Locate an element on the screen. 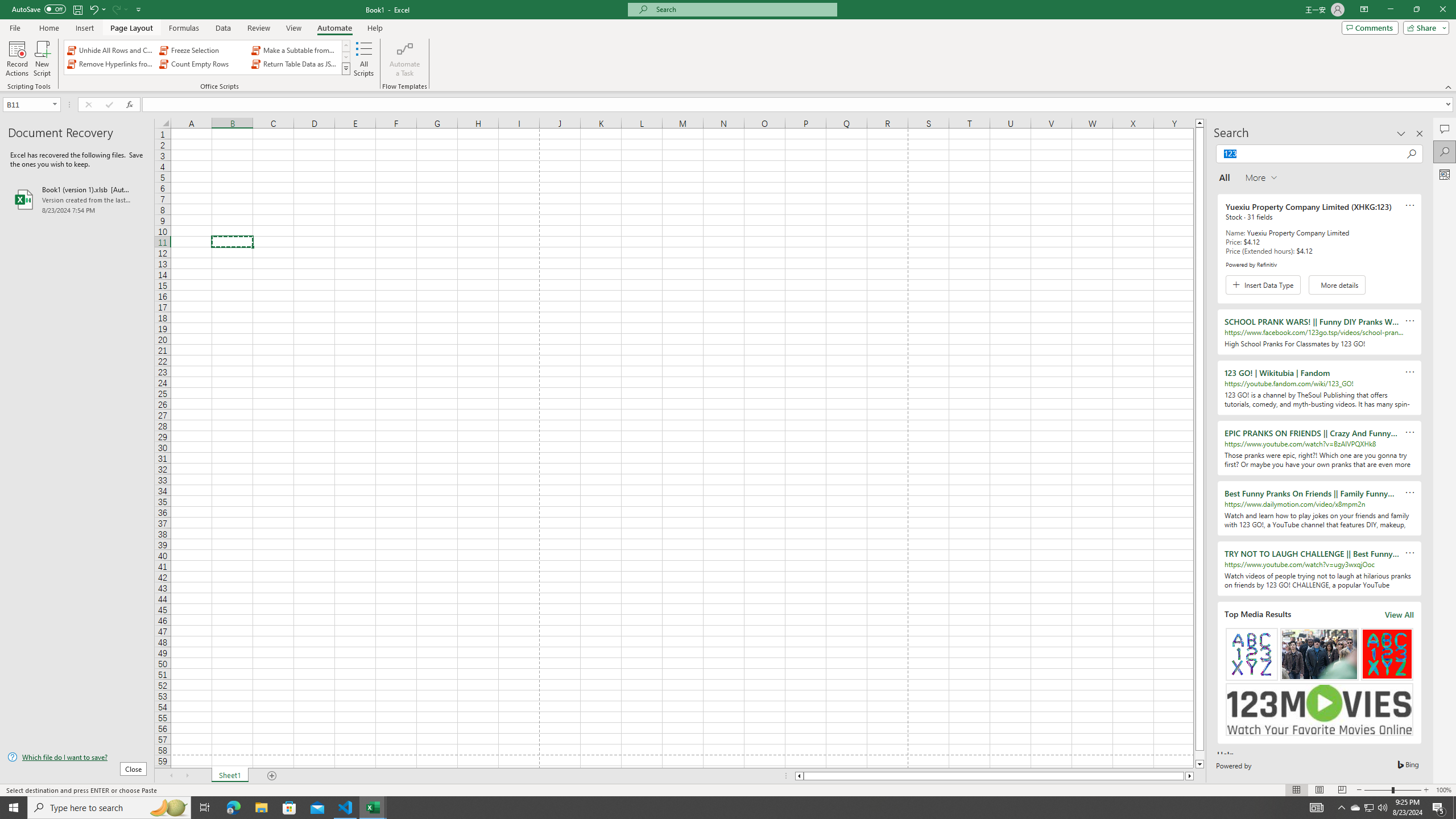 The width and height of the screenshot is (1456, 819). 'Remove Hyperlinks from Sheet' is located at coordinates (111, 64).